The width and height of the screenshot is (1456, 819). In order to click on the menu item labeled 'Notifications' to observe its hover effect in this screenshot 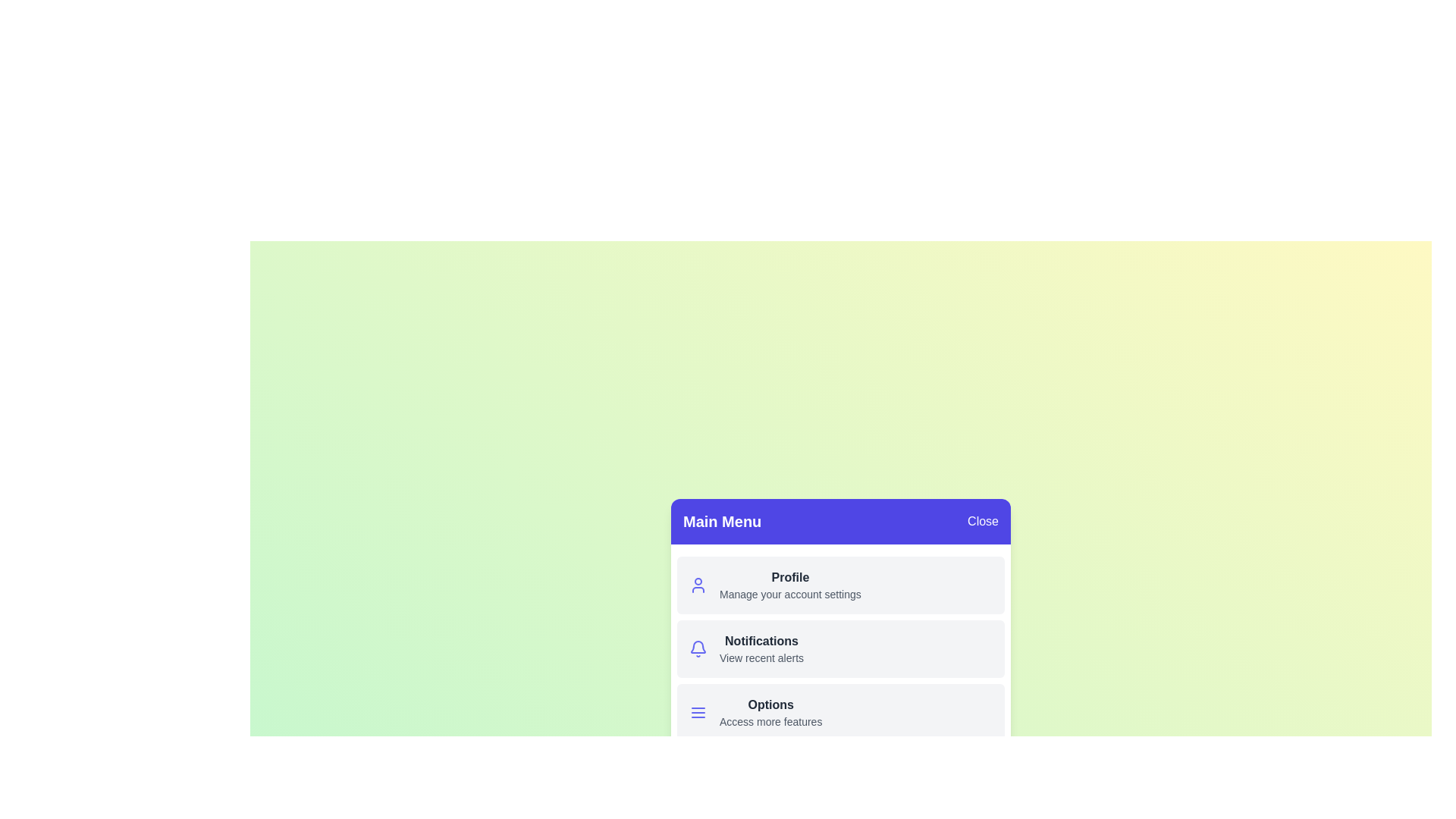, I will do `click(839, 648)`.